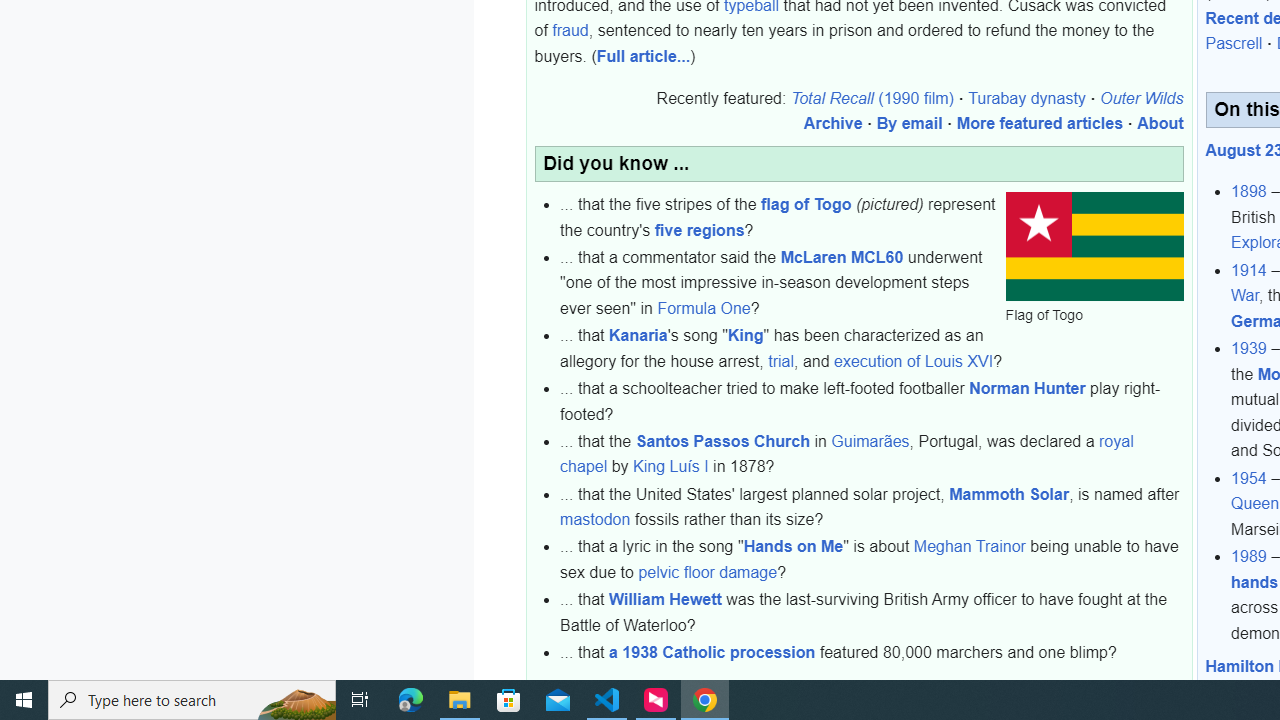 This screenshot has height=720, width=1280. Describe the element at coordinates (841, 255) in the screenshot. I see `'McLaren MCL60'` at that location.